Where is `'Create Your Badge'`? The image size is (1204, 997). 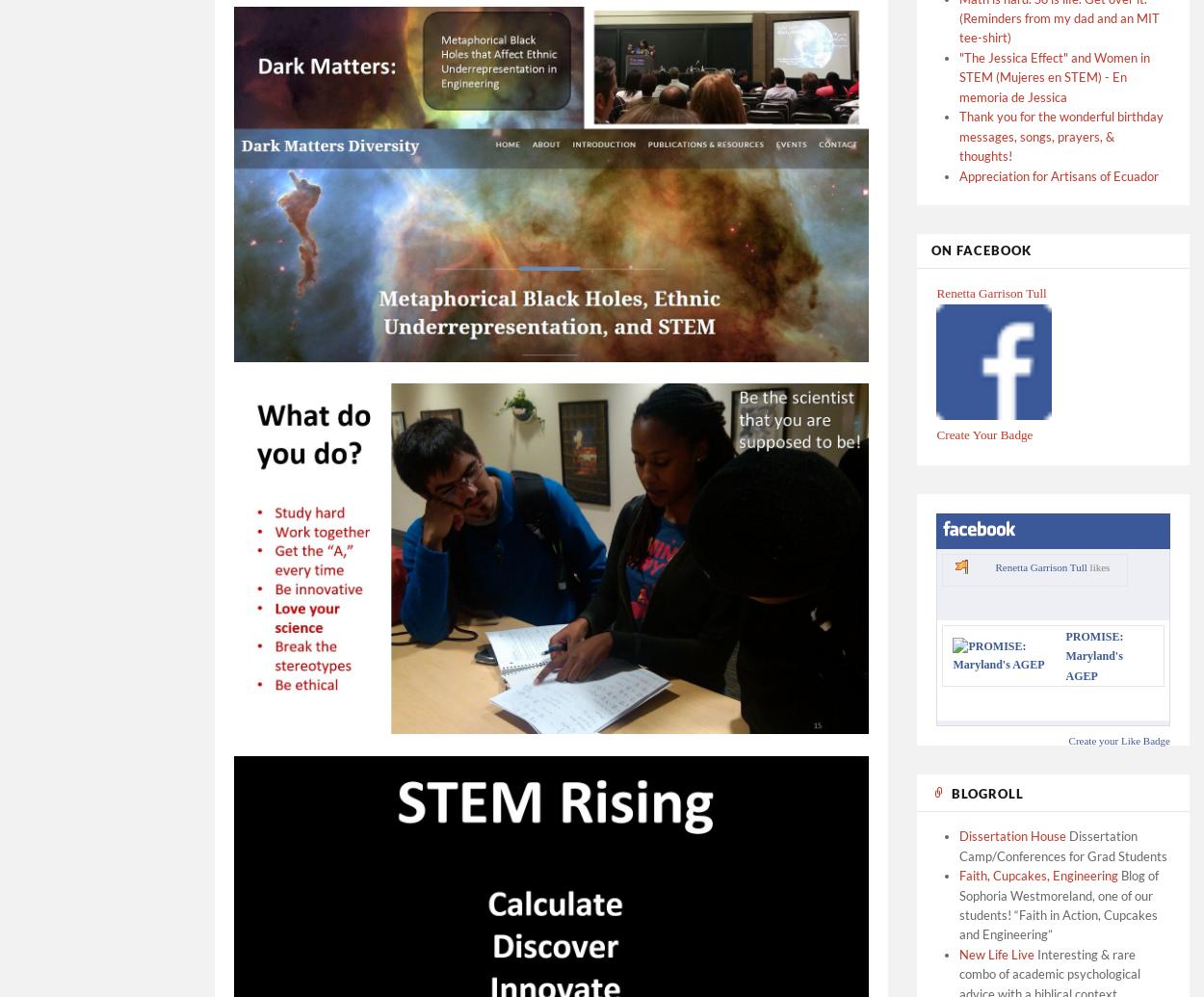
'Create Your Badge' is located at coordinates (984, 434).